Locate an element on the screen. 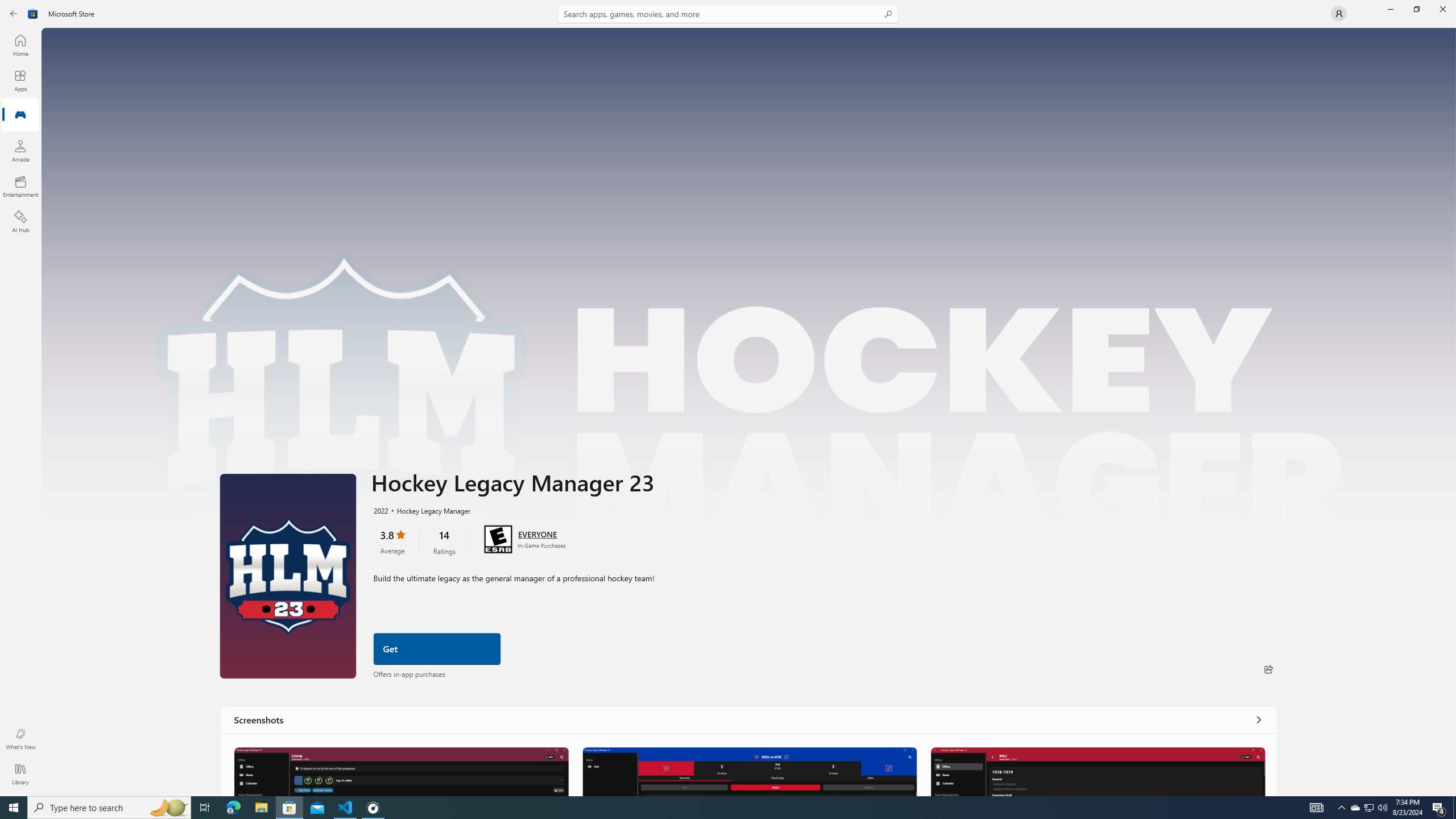 The width and height of the screenshot is (1456, 819). 'Home' is located at coordinates (19, 44).